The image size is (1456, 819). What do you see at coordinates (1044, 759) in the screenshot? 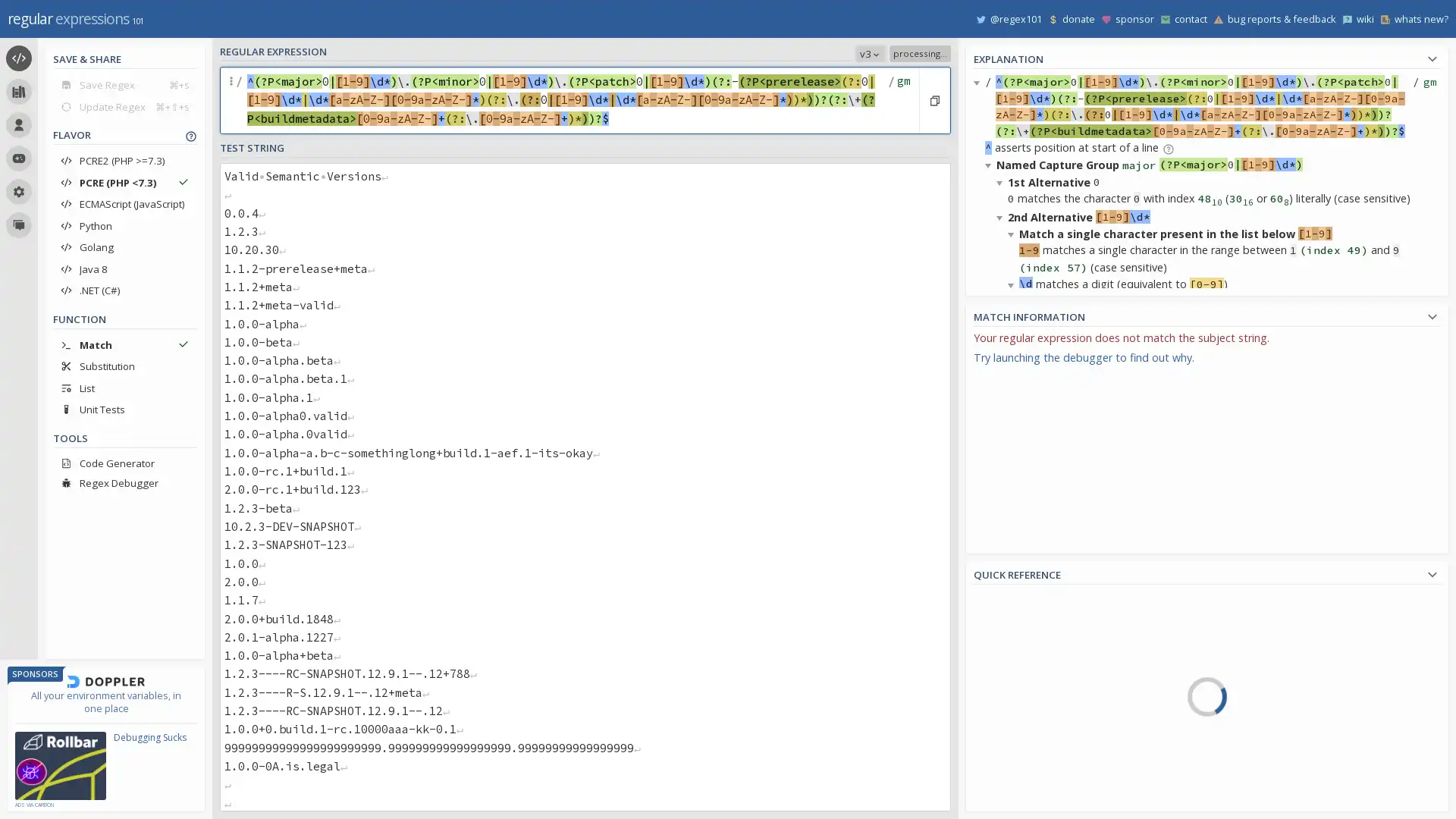
I see `Group Constructs` at bounding box center [1044, 759].